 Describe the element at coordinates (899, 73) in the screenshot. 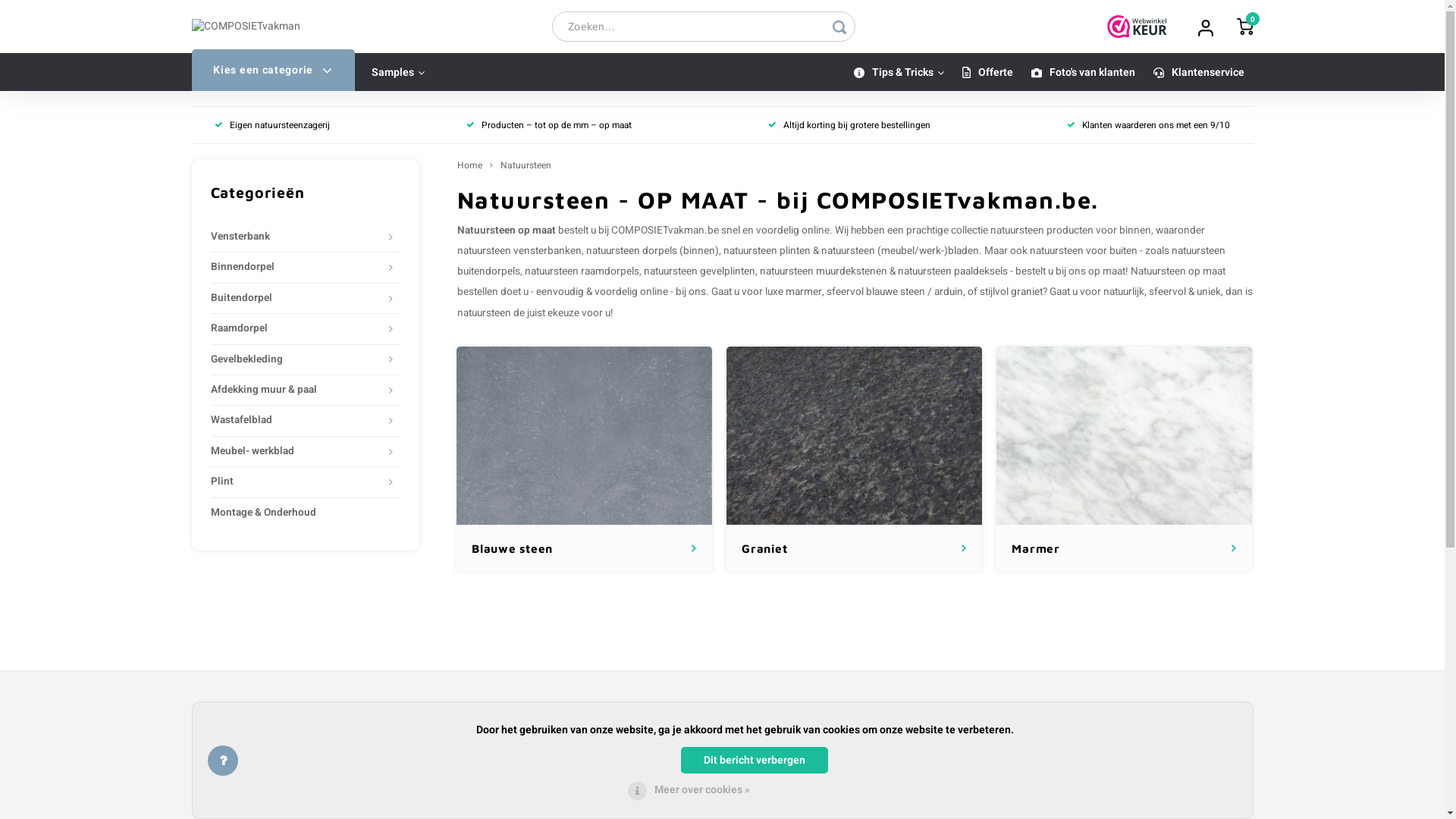

I see `'Tips & Tricks'` at that location.